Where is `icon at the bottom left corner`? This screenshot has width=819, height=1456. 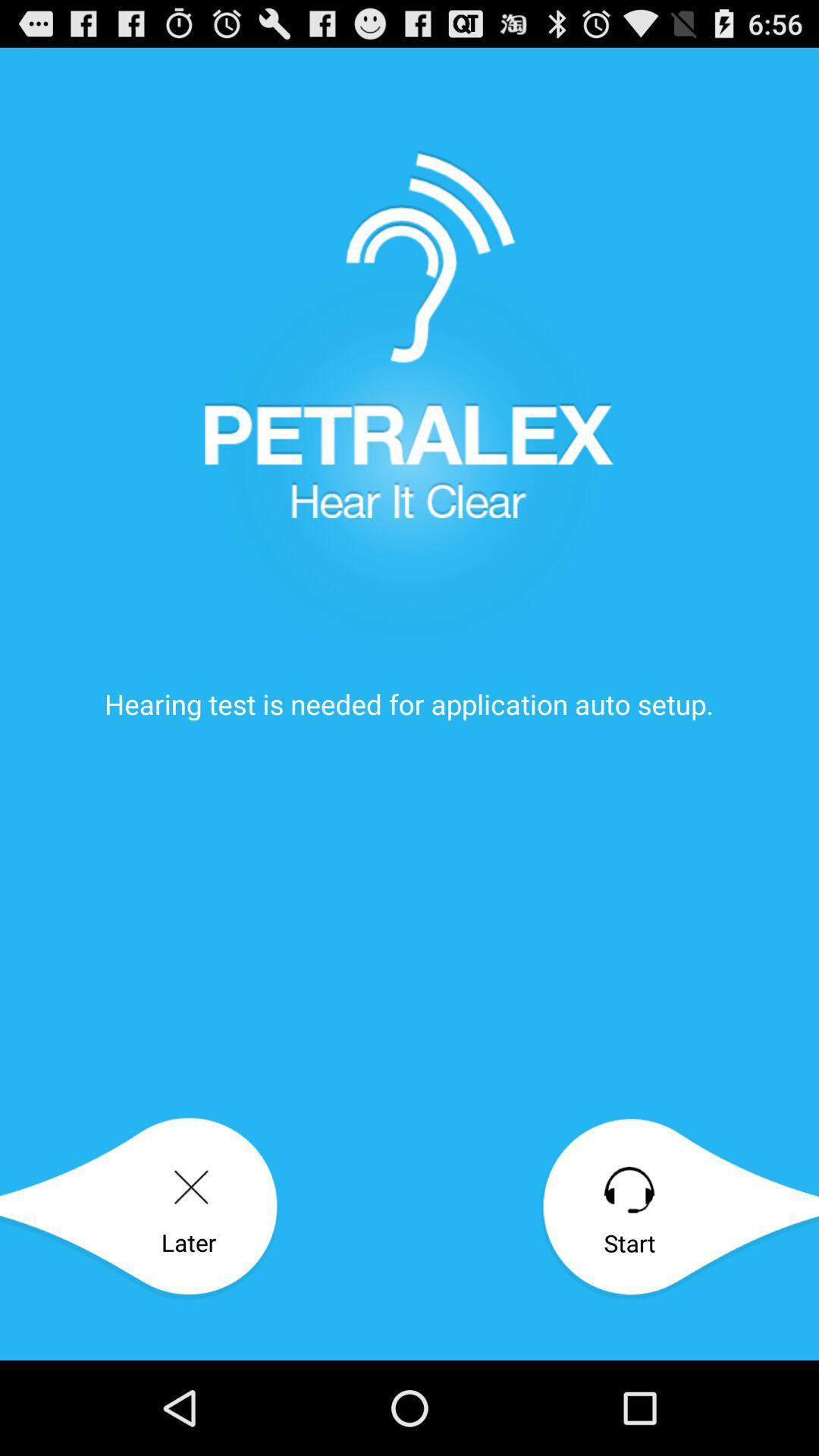 icon at the bottom left corner is located at coordinates (139, 1207).